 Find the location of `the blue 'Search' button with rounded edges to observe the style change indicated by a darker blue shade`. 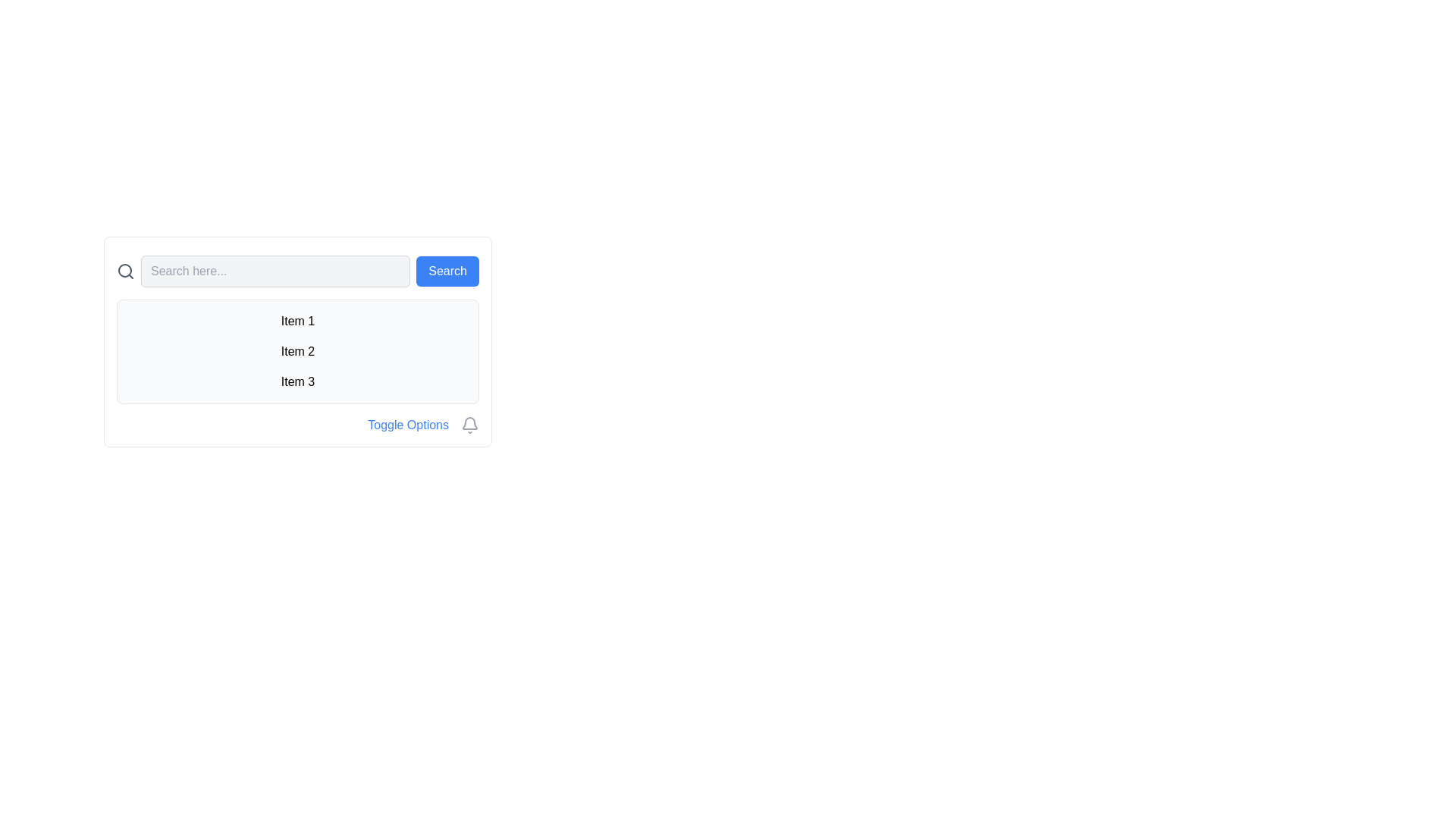

the blue 'Search' button with rounded edges to observe the style change indicated by a darker blue shade is located at coordinates (447, 271).